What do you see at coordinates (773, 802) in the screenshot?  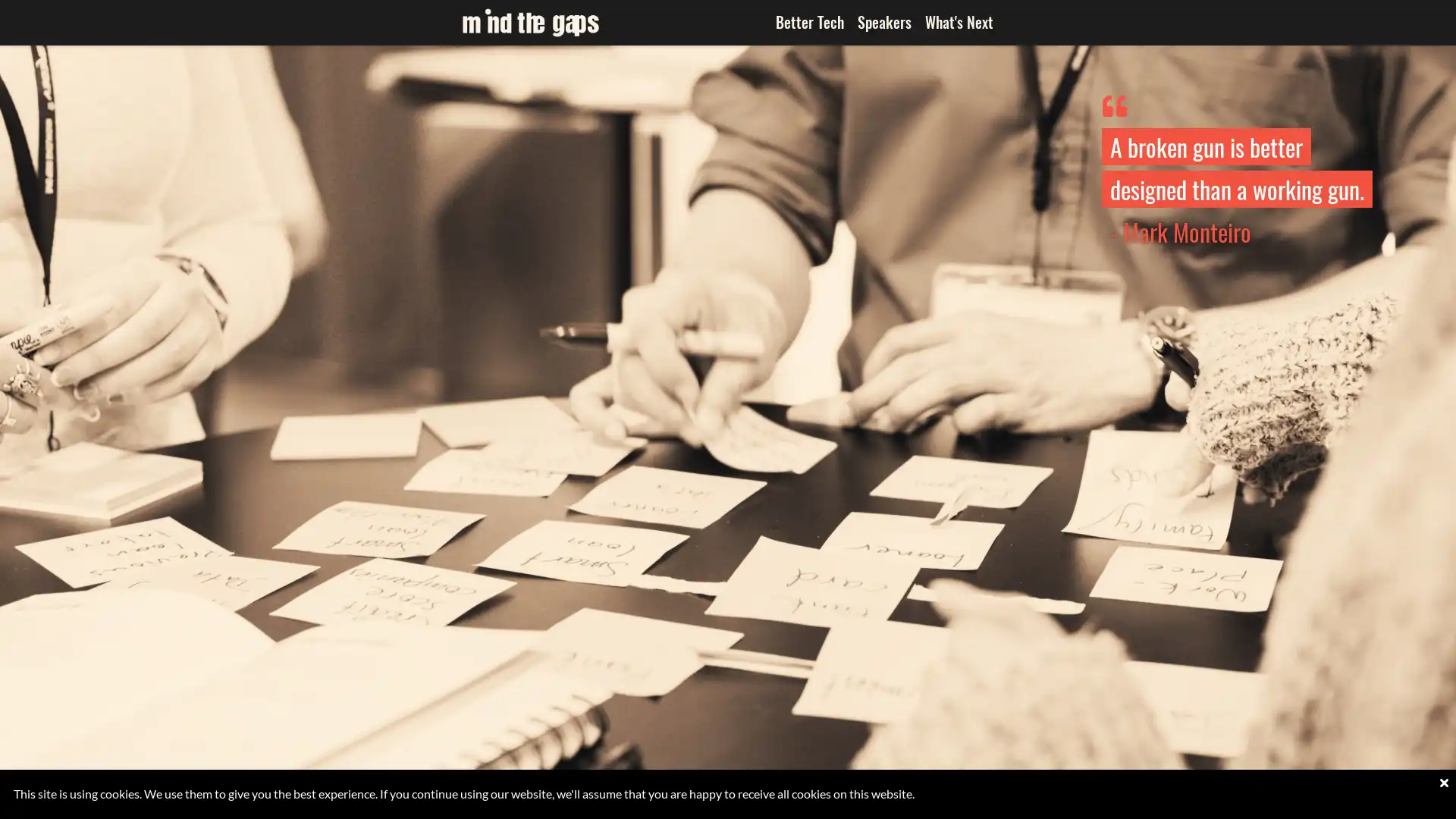 I see `5` at bounding box center [773, 802].